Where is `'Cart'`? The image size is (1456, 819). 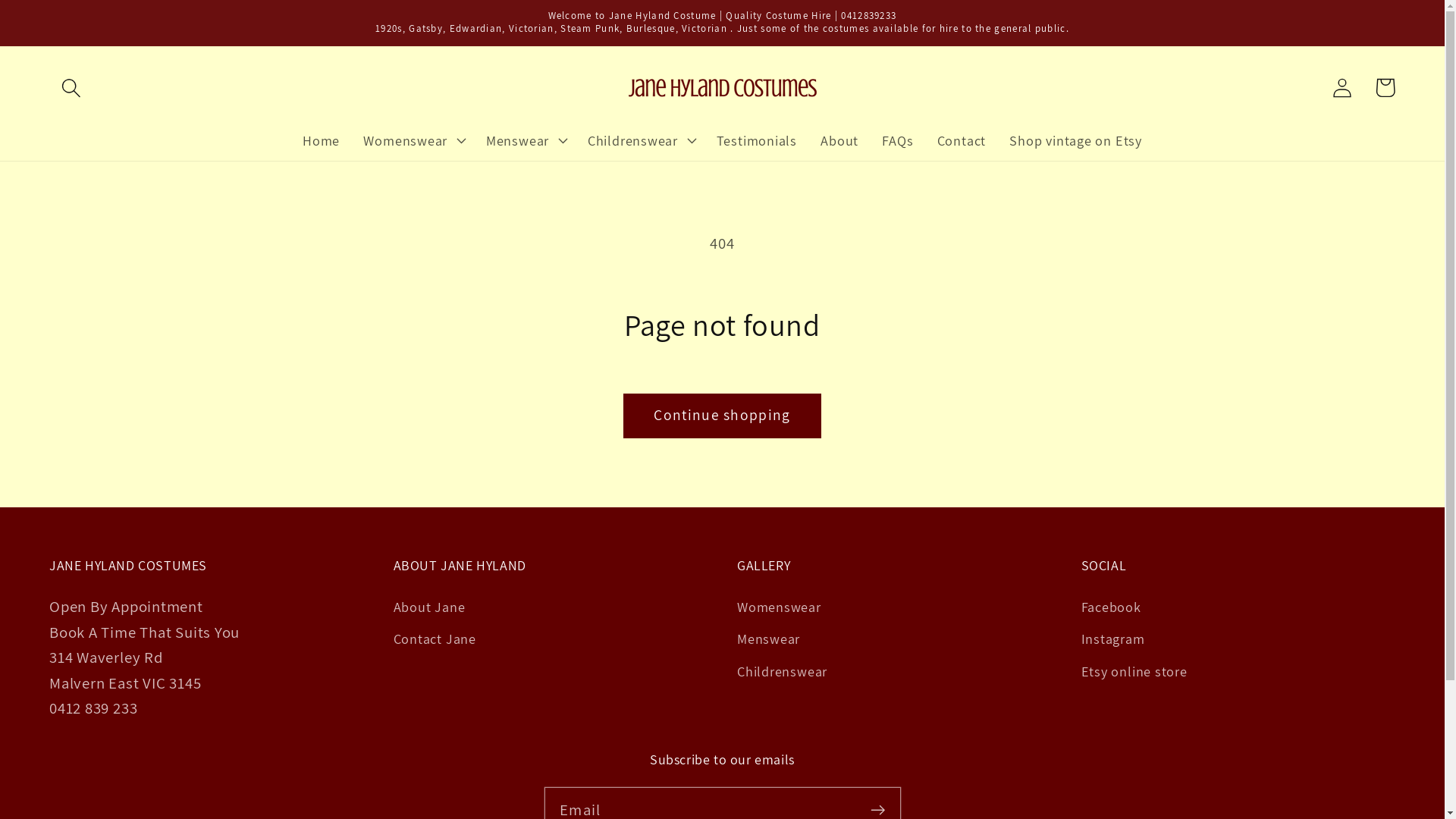 'Cart' is located at coordinates (1385, 87).